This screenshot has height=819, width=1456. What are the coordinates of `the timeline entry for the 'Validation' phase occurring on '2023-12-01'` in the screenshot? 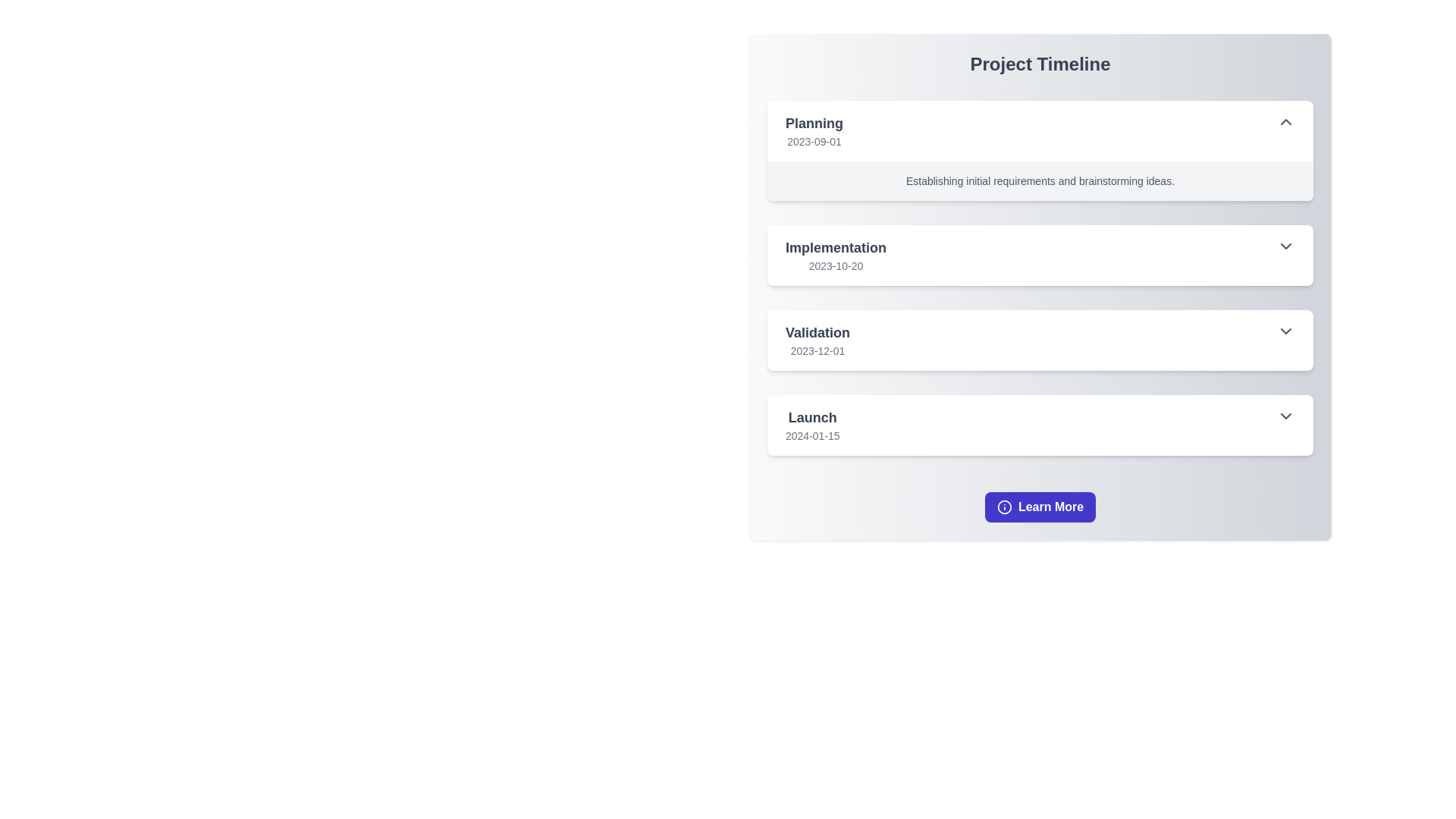 It's located at (1040, 339).